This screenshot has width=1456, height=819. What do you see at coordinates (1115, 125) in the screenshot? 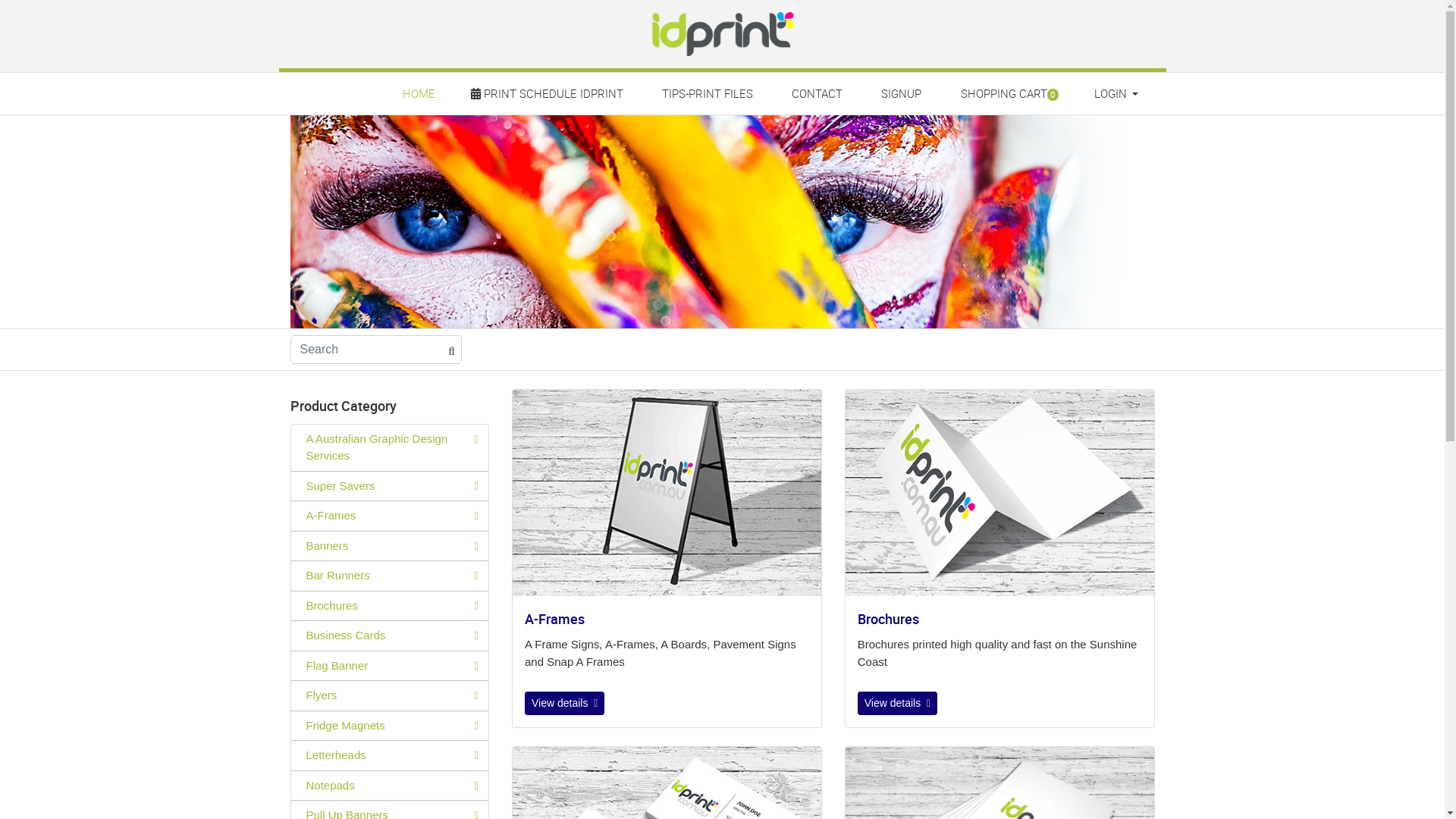
I see `'<i class='fal fa-unlock pr-1'></i> Login'` at bounding box center [1115, 125].